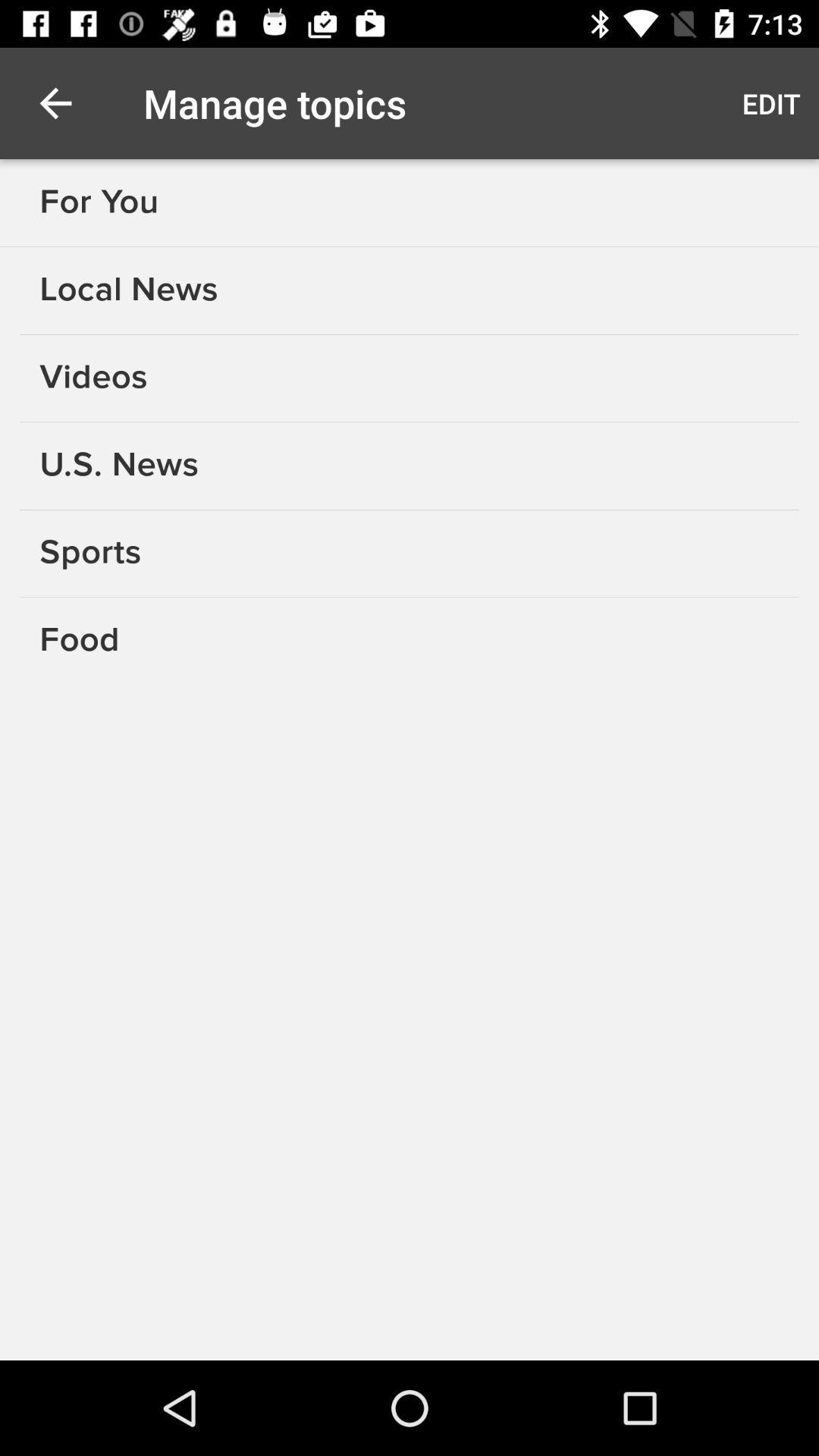 Image resolution: width=819 pixels, height=1456 pixels. Describe the element at coordinates (771, 102) in the screenshot. I see `the edit icon` at that location.